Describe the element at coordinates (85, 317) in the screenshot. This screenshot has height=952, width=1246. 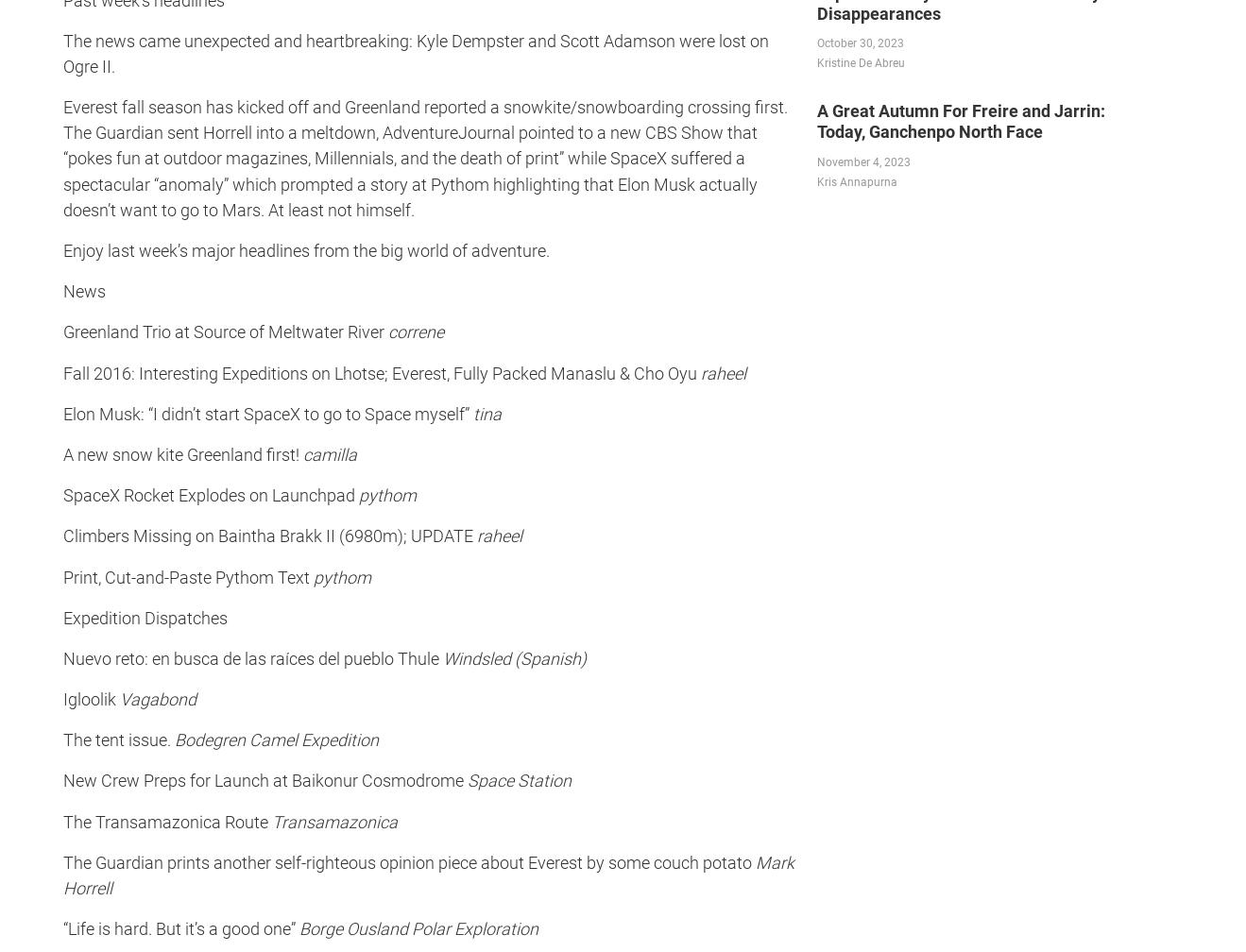
I see `'Also on Explorersweb'` at that location.